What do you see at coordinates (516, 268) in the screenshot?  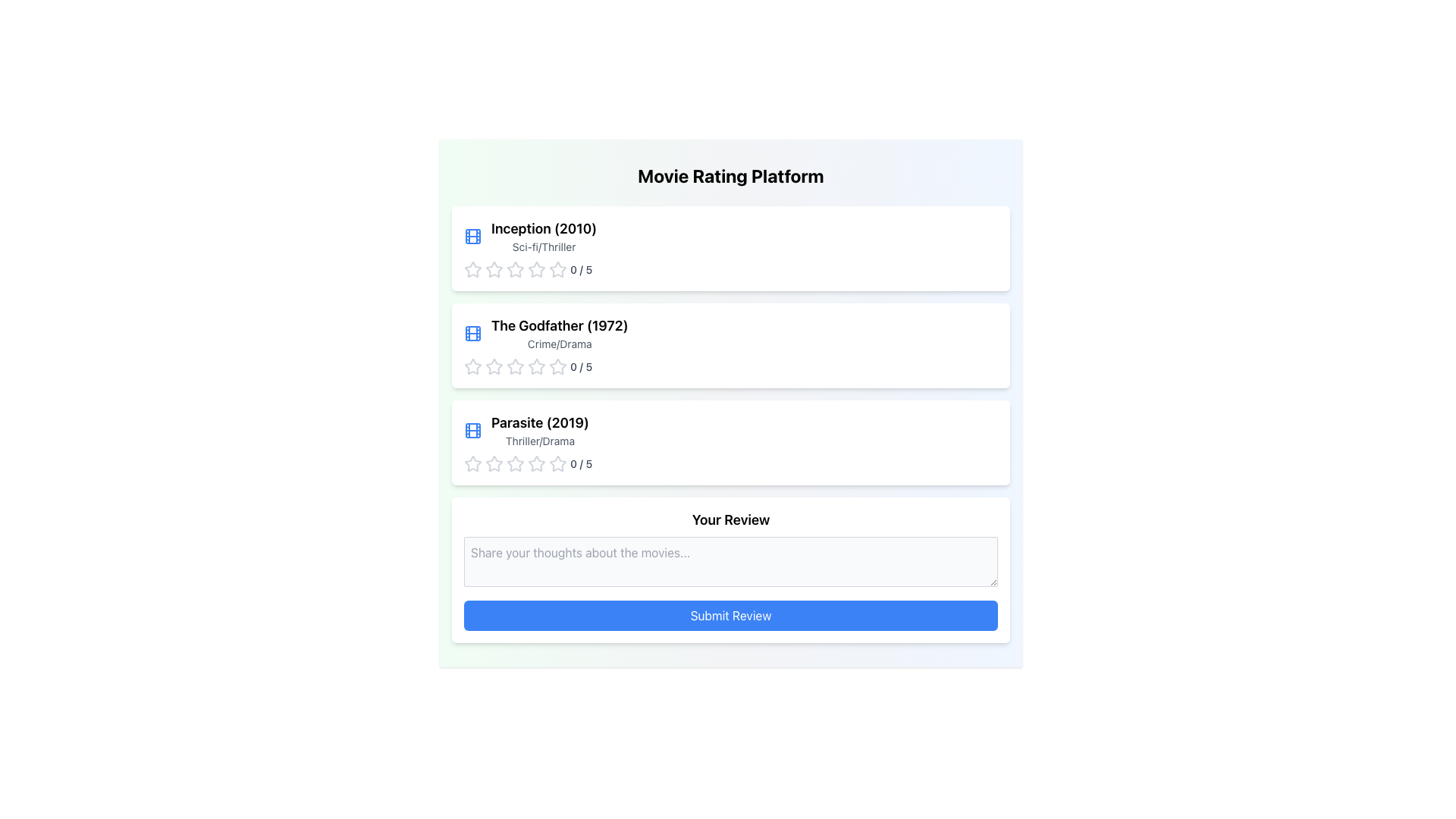 I see `the fourth rating star icon located below the movie title 'Inception (2010)' for a visual cue` at bounding box center [516, 268].